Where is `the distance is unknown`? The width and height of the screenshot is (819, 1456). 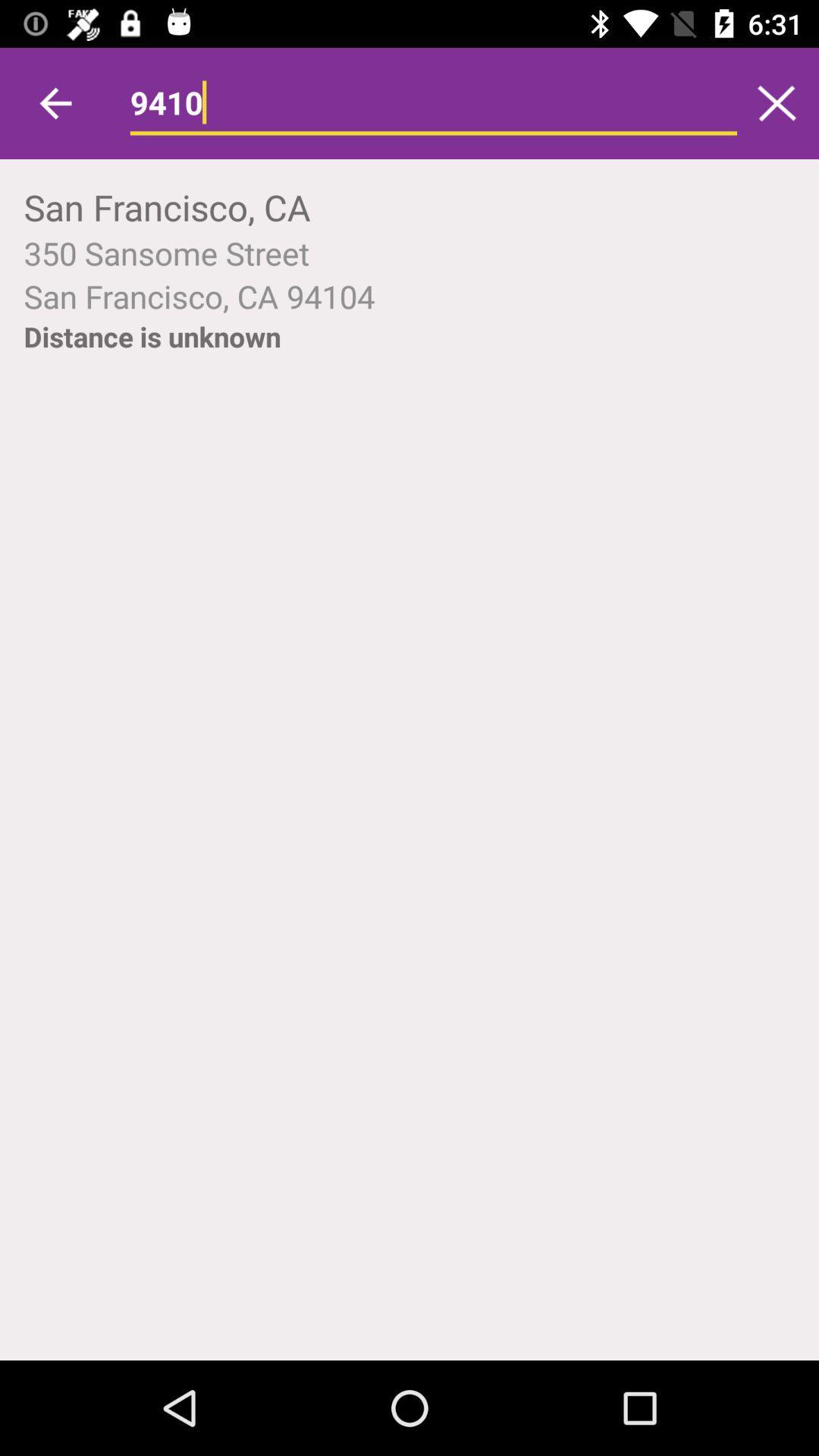 the distance is unknown is located at coordinates (152, 336).